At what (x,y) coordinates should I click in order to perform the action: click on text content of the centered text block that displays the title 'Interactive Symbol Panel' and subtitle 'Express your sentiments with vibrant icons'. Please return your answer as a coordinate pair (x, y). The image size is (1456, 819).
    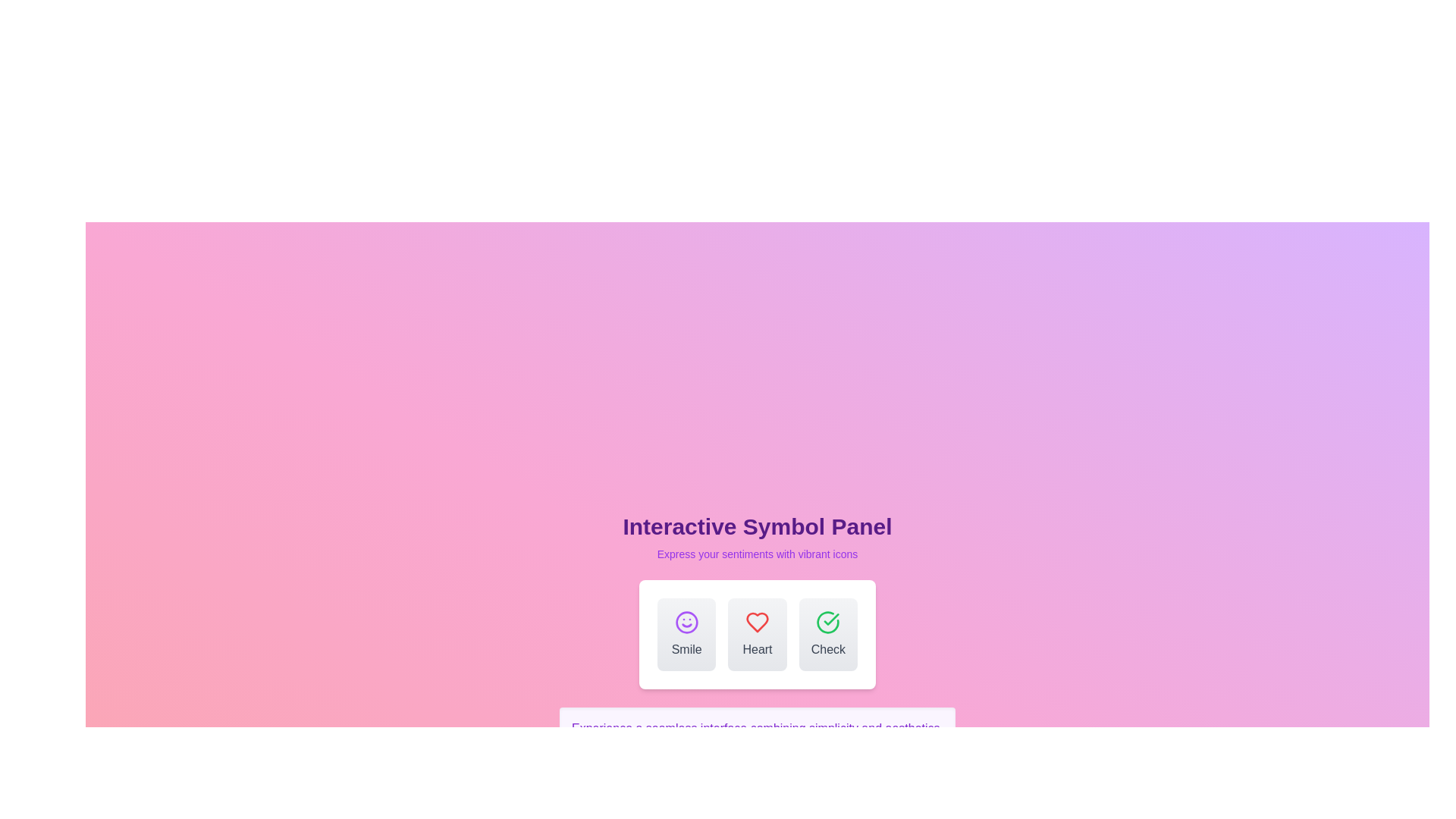
    Looking at the image, I should click on (757, 537).